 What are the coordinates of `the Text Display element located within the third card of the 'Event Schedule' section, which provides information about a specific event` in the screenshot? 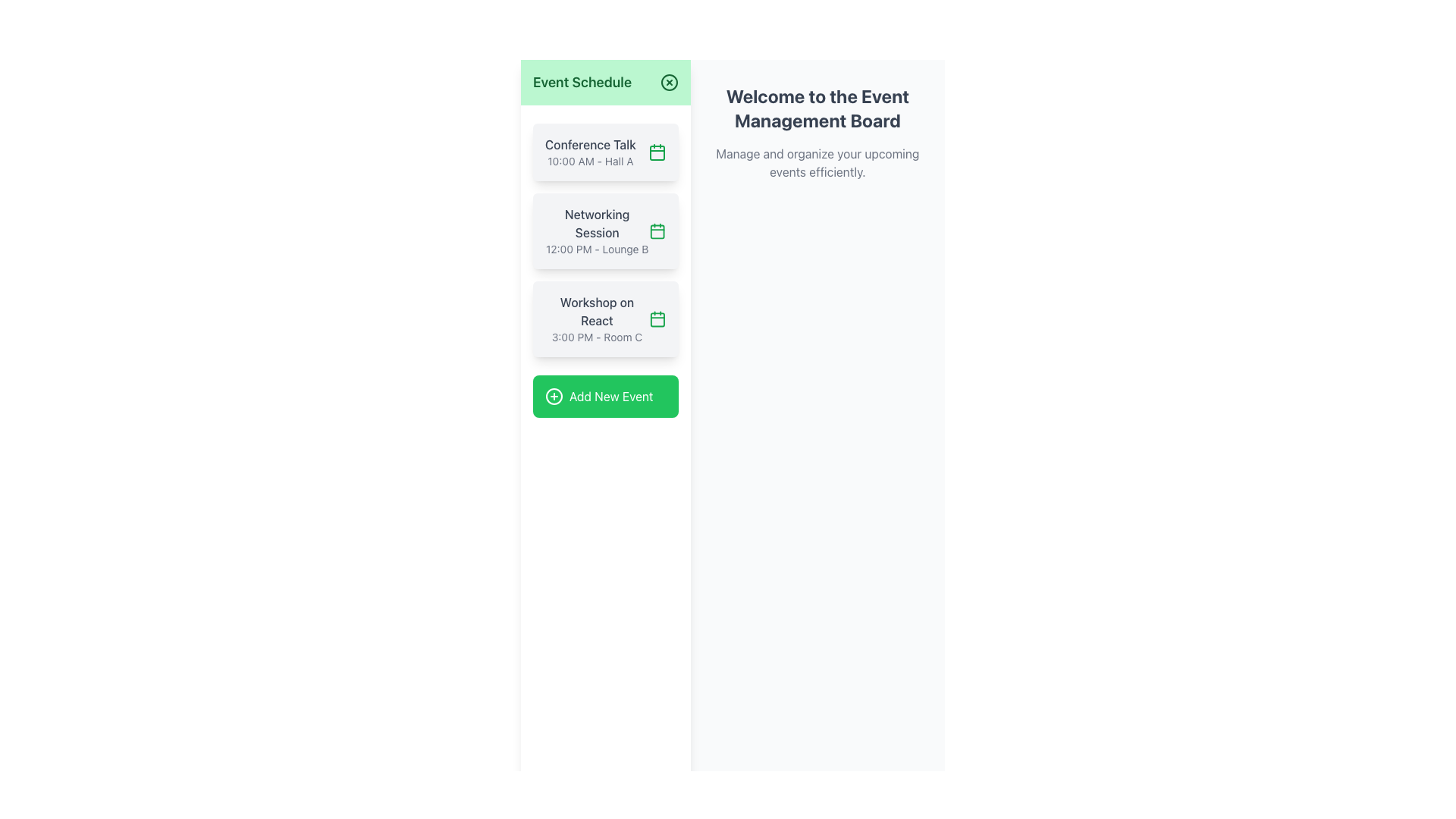 It's located at (596, 318).